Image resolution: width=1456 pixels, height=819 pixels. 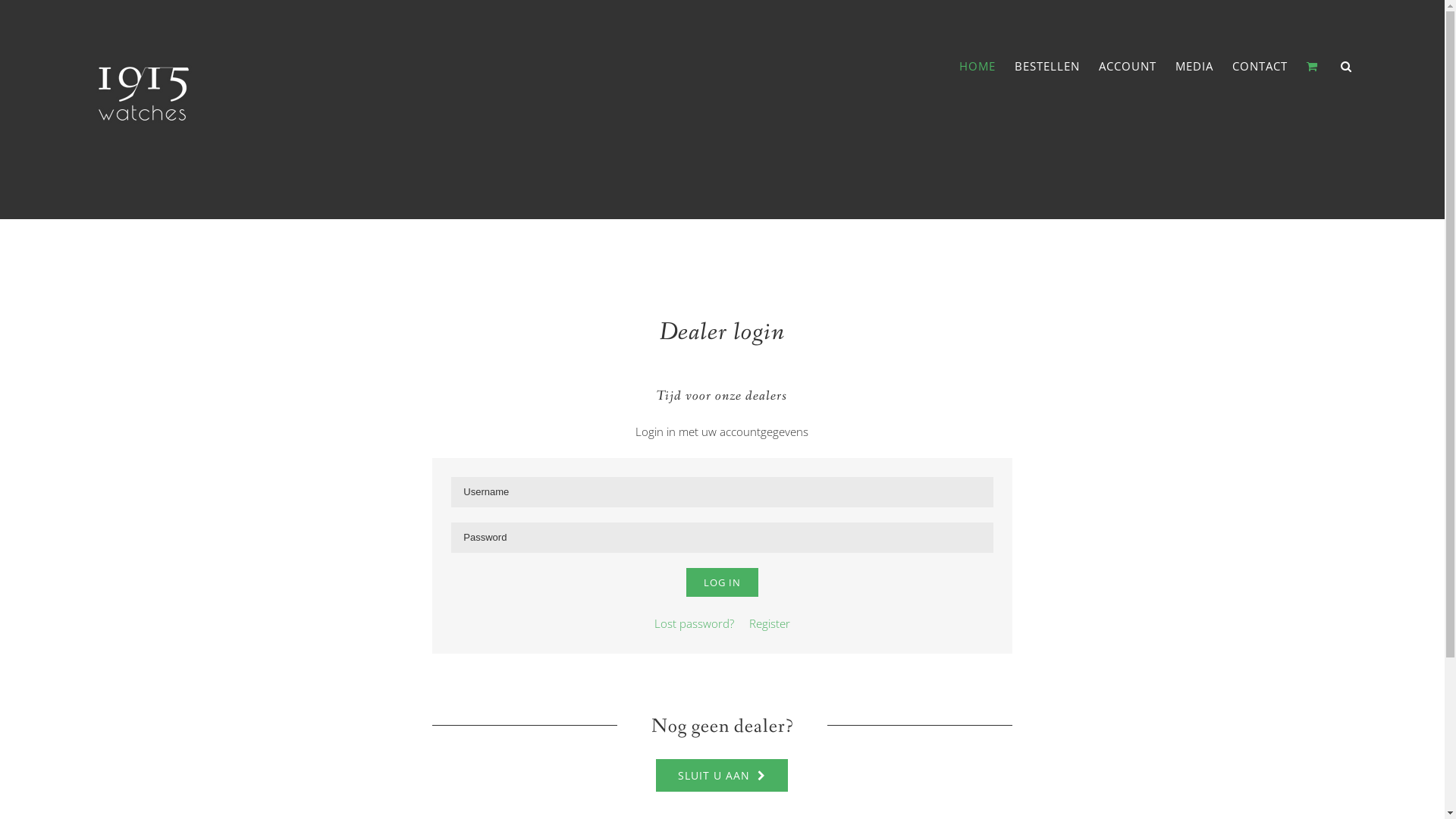 What do you see at coordinates (977, 65) in the screenshot?
I see `'HOME'` at bounding box center [977, 65].